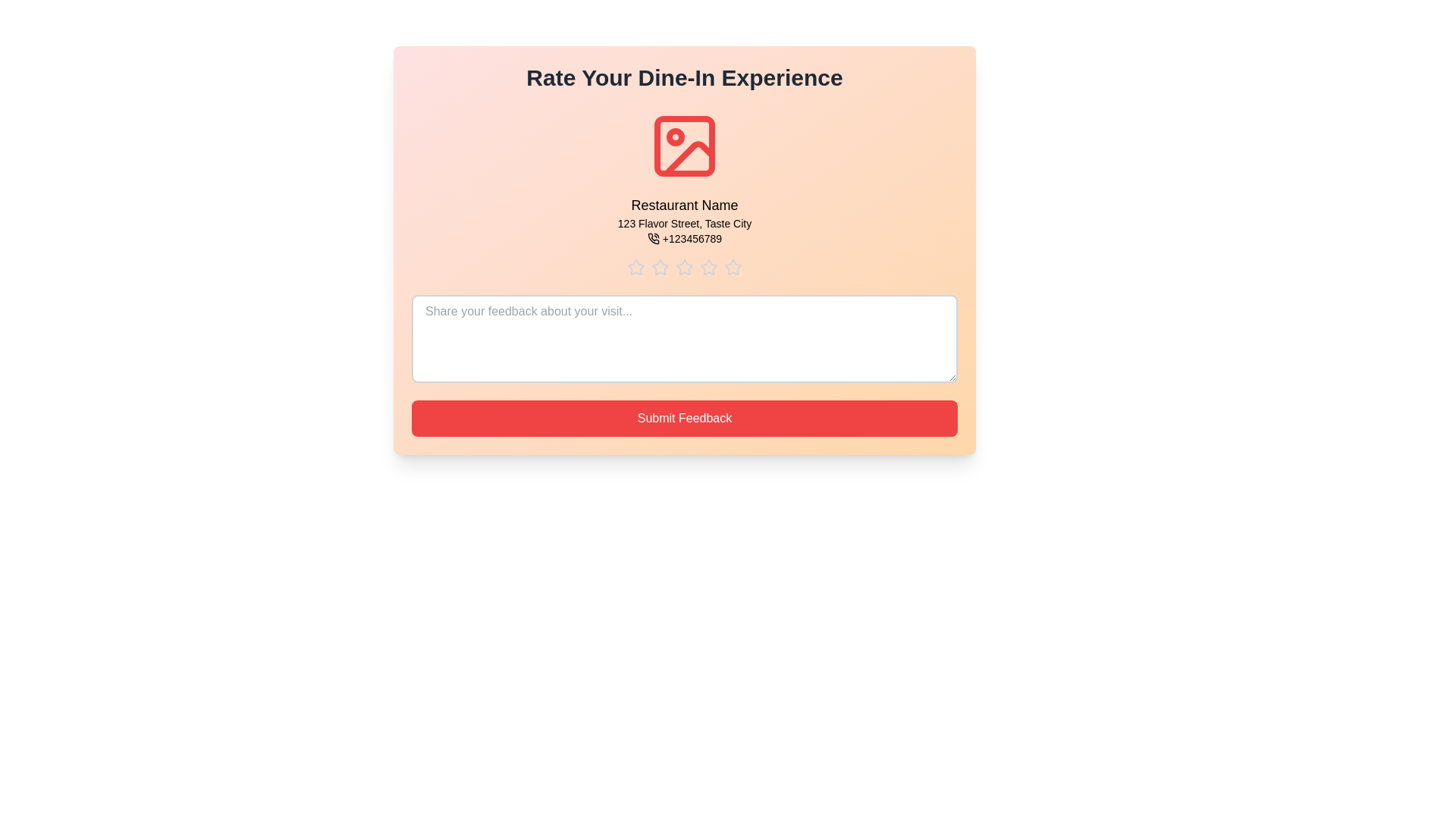  Describe the element at coordinates (708, 267) in the screenshot. I see `the restaurant rating to 4 stars by clicking the respective star` at that location.